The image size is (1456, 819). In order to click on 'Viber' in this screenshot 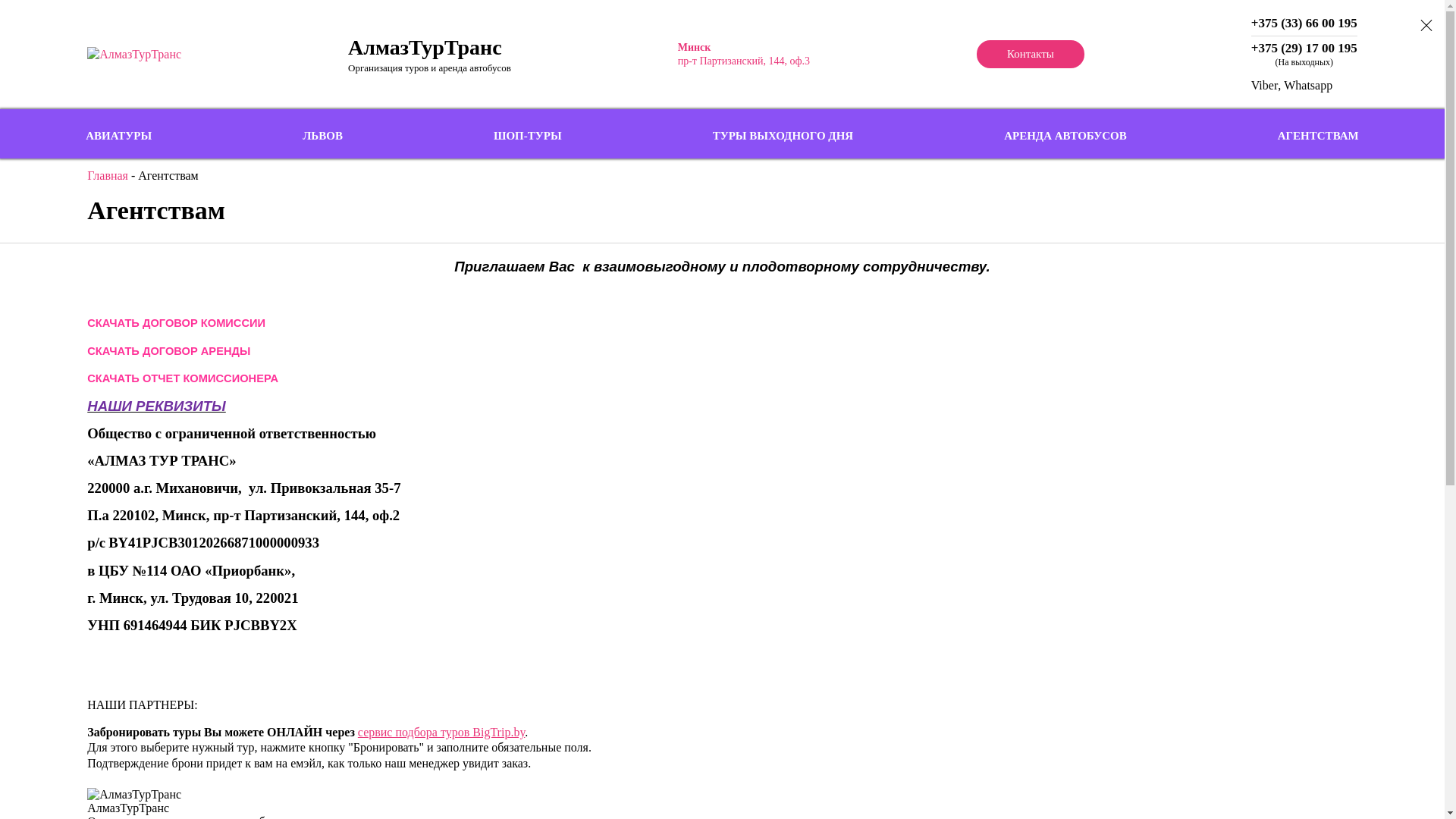, I will do `click(1264, 85)`.